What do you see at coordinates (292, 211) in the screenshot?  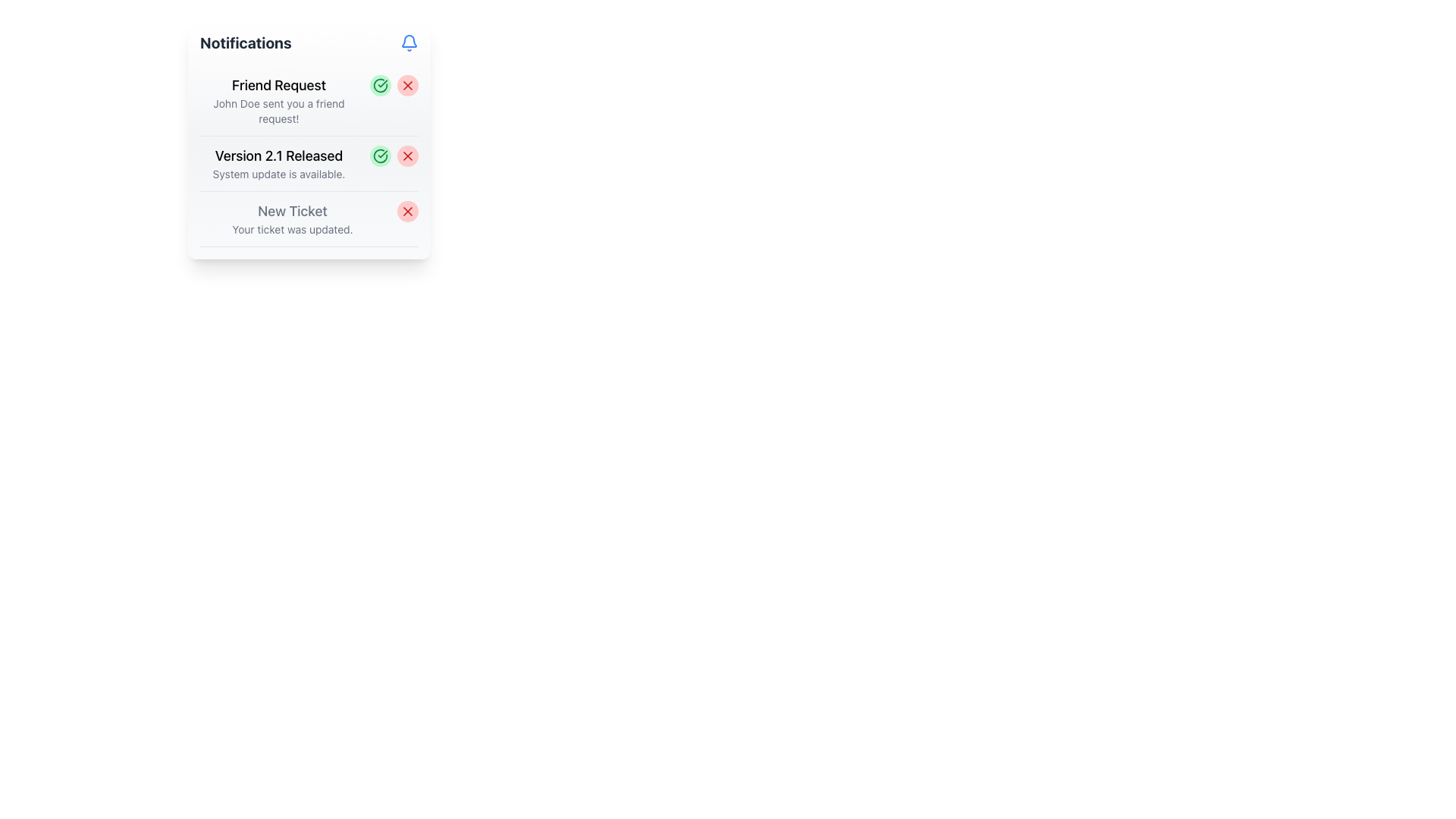 I see `the 'New Ticket' text label, which is styled in gray medium-sized sans-serif font and located in the notifications panel as the title of the third notification` at bounding box center [292, 211].